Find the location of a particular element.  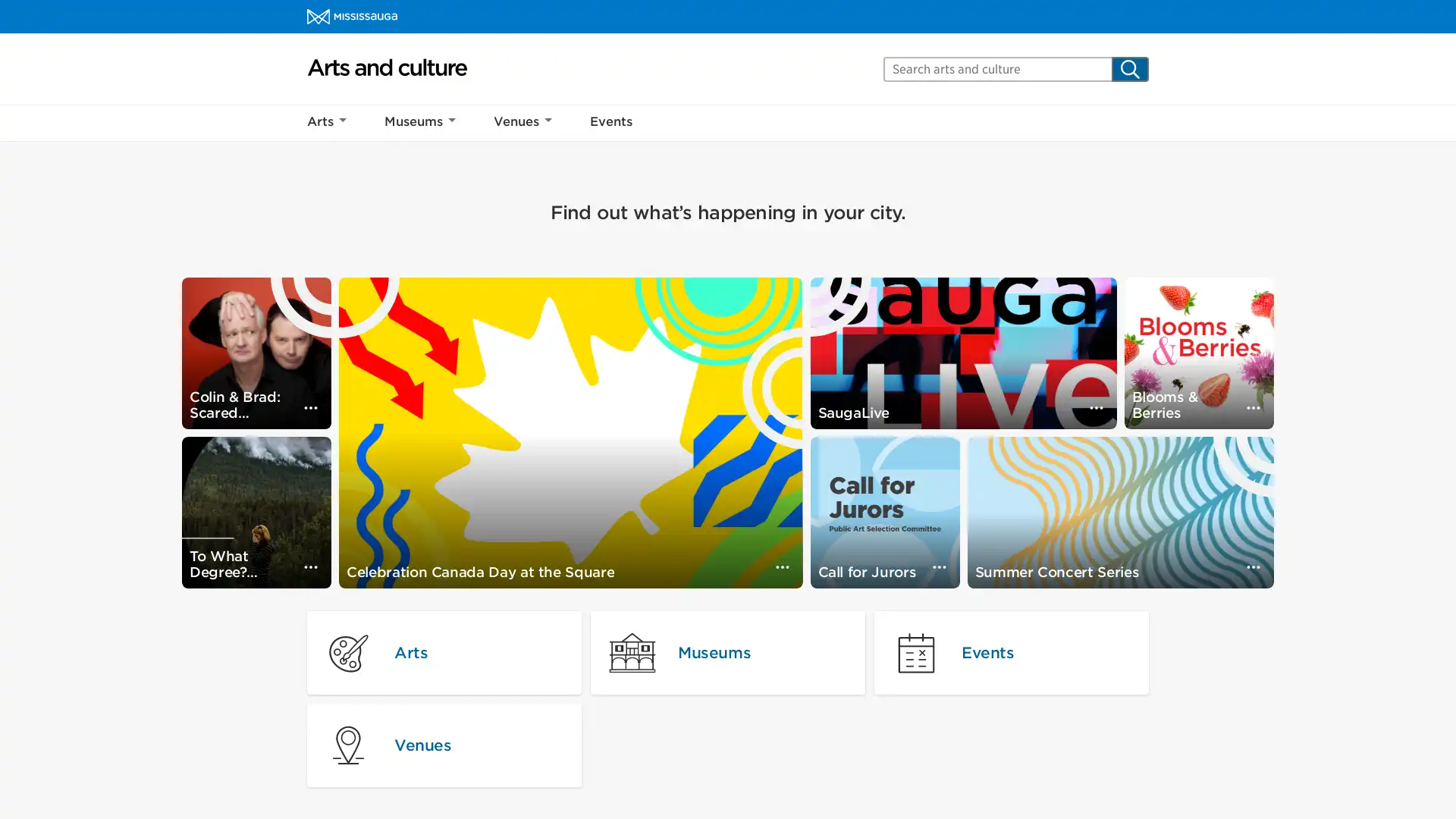

Visually show the card details is located at coordinates (309, 567).